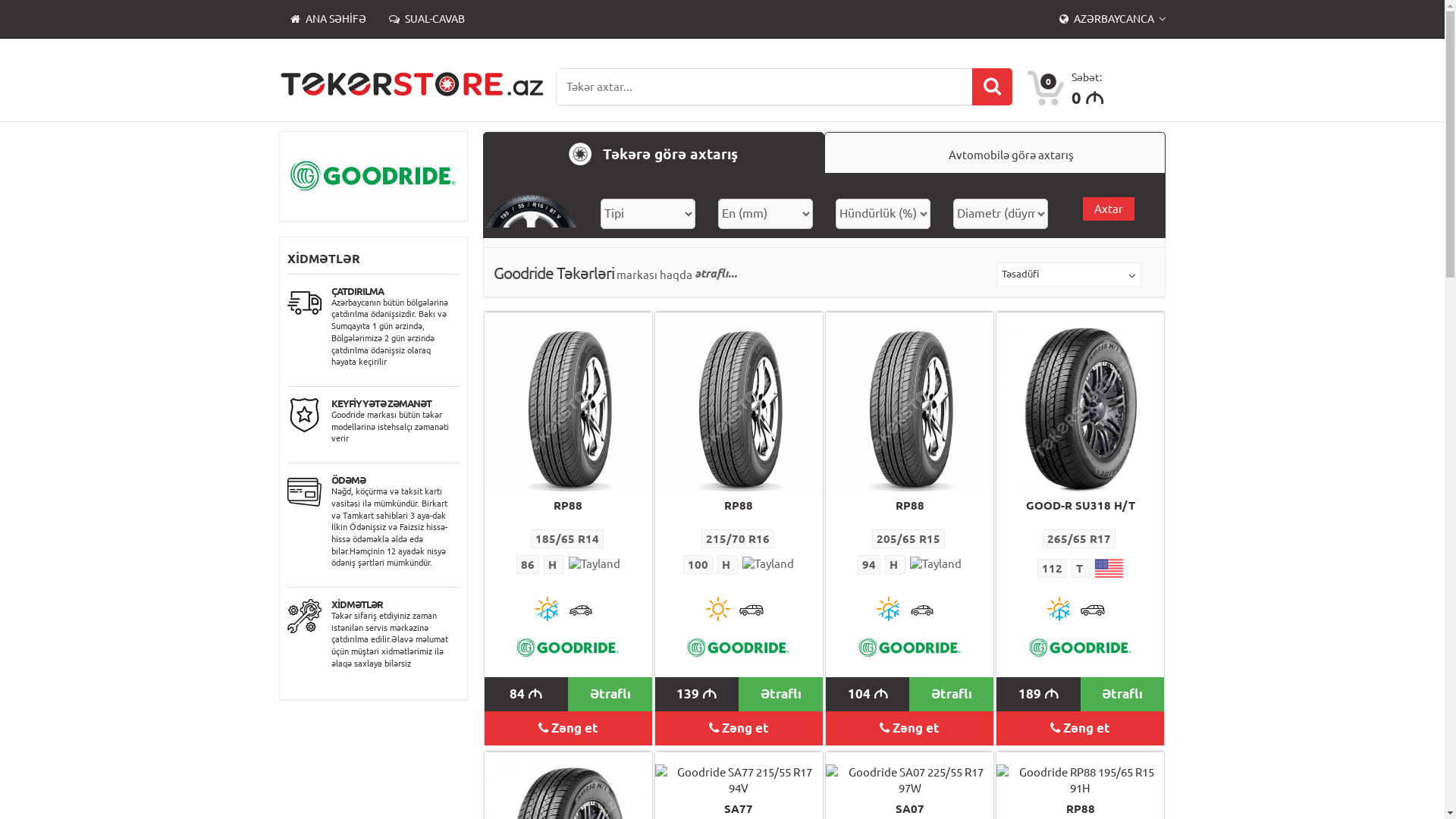 This screenshot has width=1456, height=819. What do you see at coordinates (552, 505) in the screenshot?
I see `'RP88'` at bounding box center [552, 505].